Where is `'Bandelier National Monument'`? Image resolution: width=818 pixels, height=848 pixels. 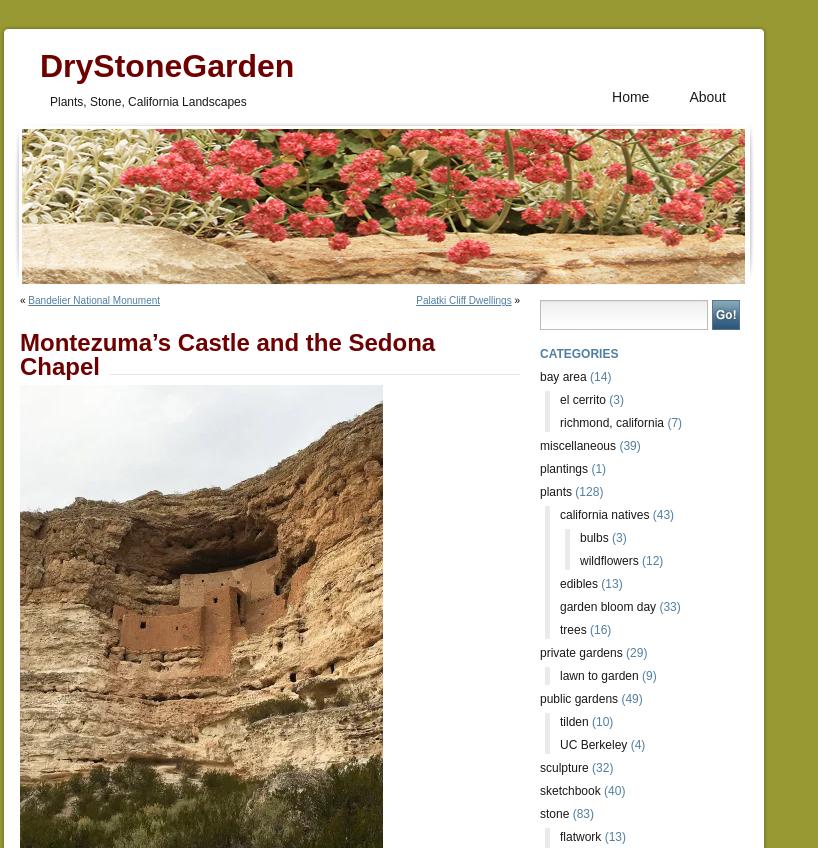
'Bandelier National Monument' is located at coordinates (93, 300).